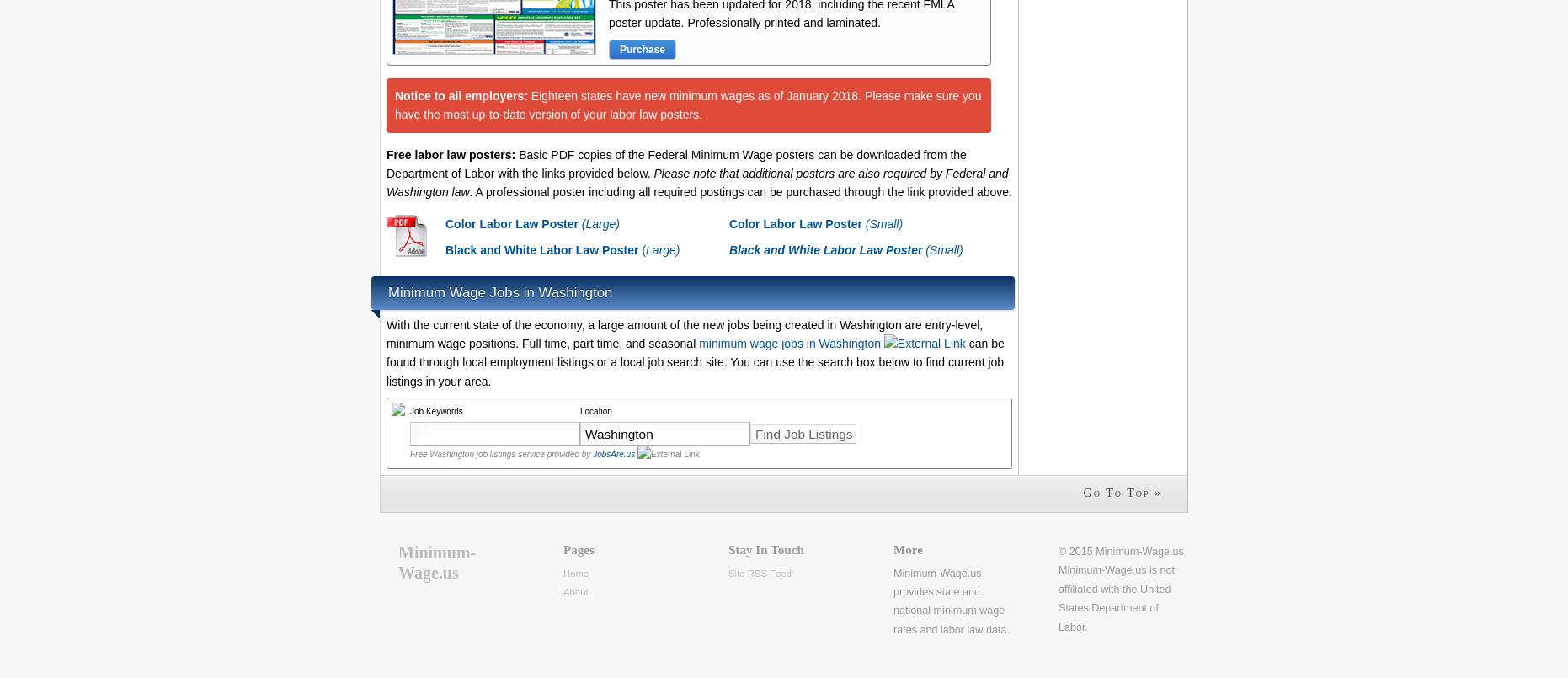 Image resolution: width=1568 pixels, height=678 pixels. What do you see at coordinates (436, 561) in the screenshot?
I see `'Minimum-Wage.us'` at bounding box center [436, 561].